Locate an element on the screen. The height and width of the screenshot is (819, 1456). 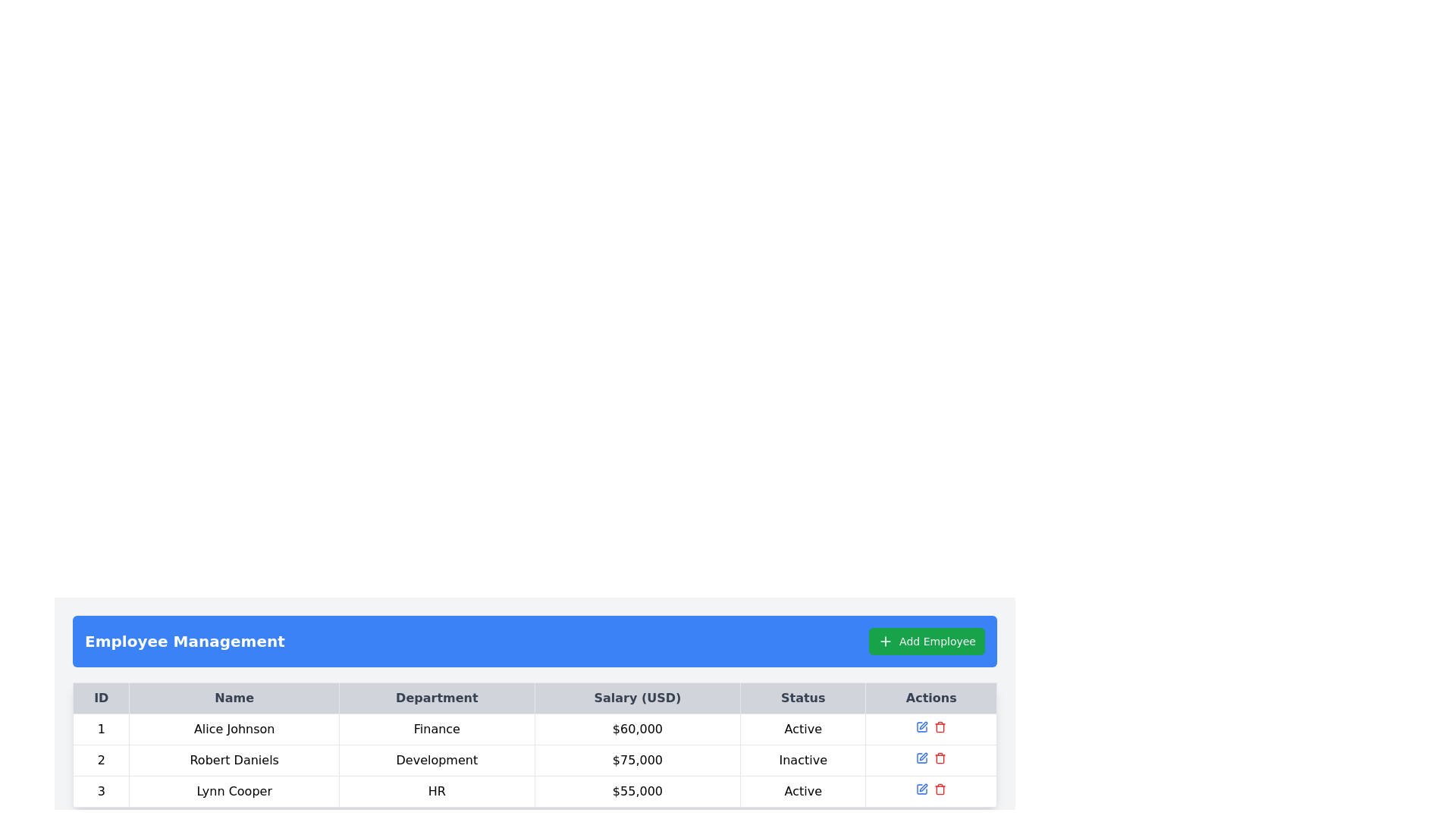
the numeric textual indicator displaying the number '1' is located at coordinates (100, 728).